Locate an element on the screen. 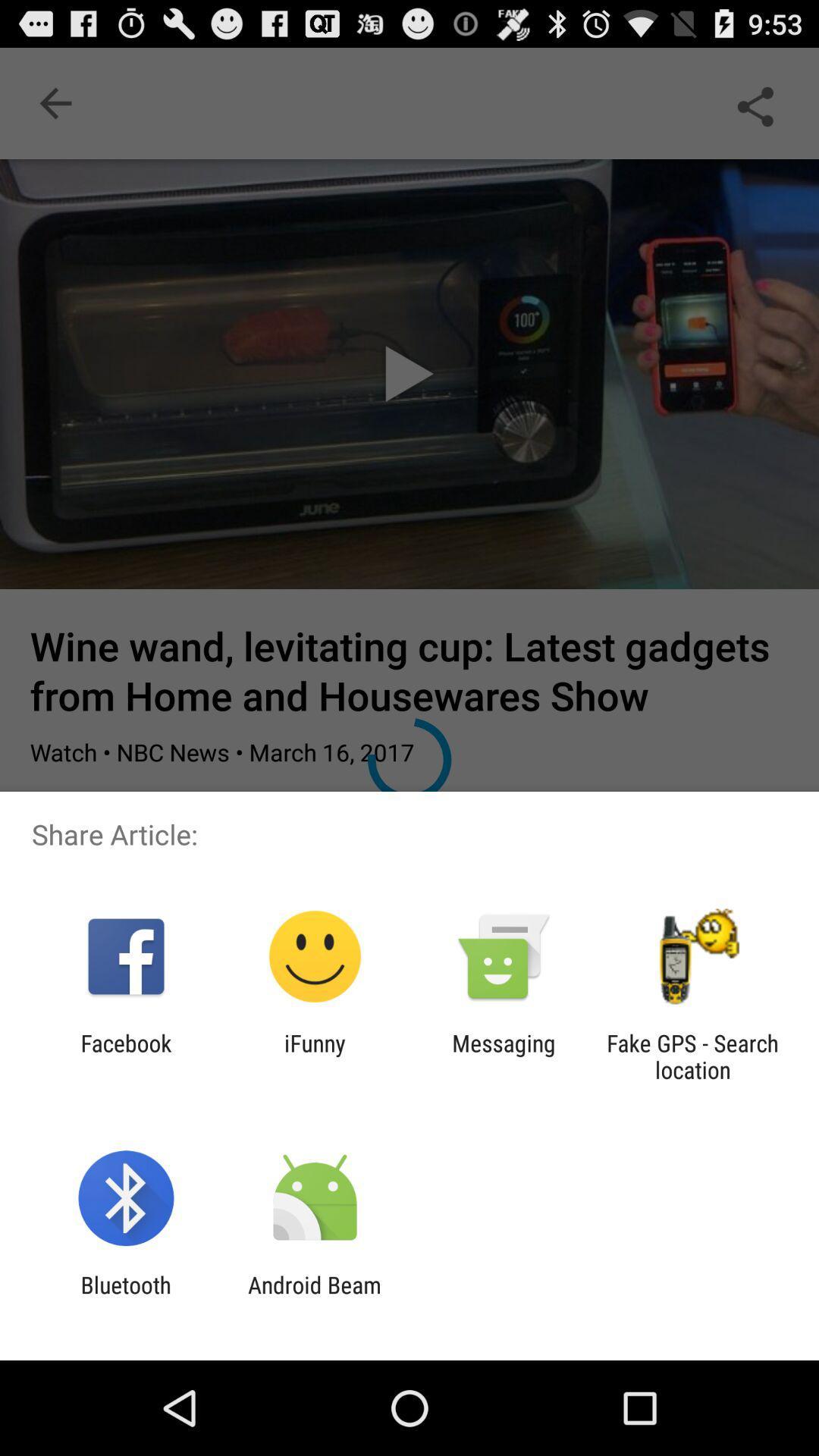 The height and width of the screenshot is (1456, 819). item next to the messaging is located at coordinates (314, 1056).